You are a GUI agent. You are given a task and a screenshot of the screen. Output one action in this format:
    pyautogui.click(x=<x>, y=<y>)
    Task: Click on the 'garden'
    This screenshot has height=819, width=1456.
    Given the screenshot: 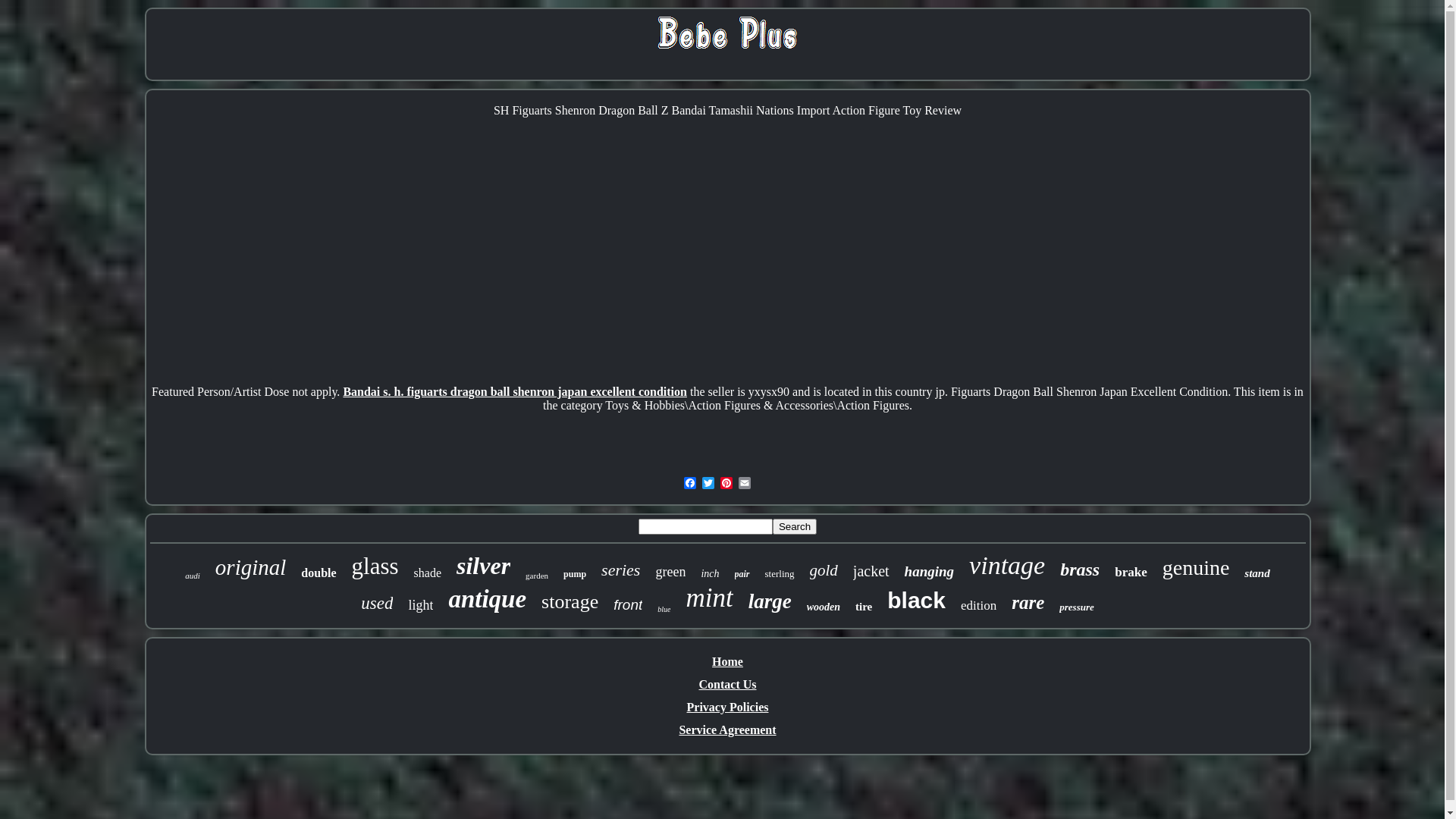 What is the action you would take?
    pyautogui.click(x=525, y=576)
    